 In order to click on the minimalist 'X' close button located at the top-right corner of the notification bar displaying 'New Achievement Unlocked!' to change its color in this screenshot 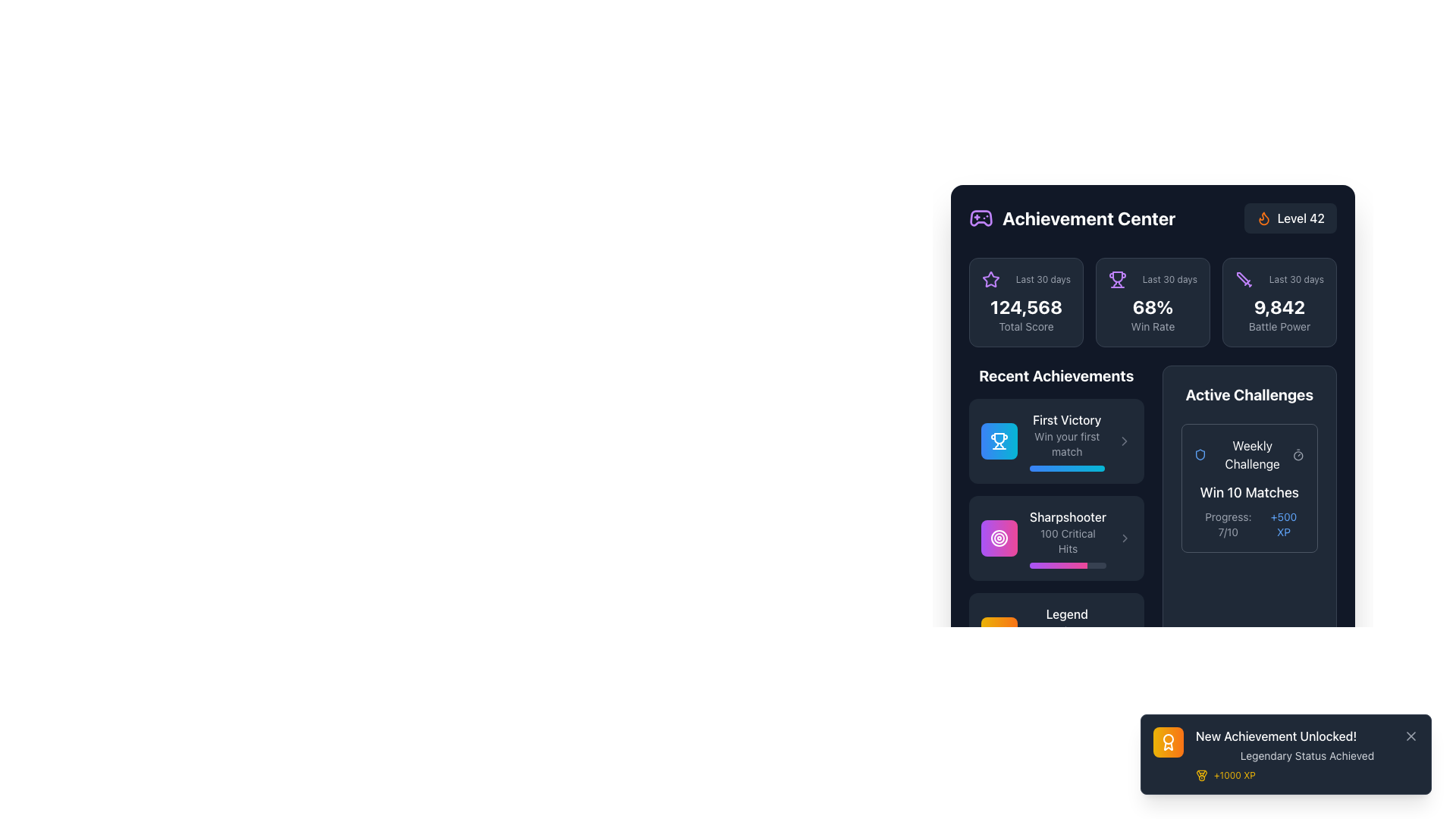, I will do `click(1410, 736)`.